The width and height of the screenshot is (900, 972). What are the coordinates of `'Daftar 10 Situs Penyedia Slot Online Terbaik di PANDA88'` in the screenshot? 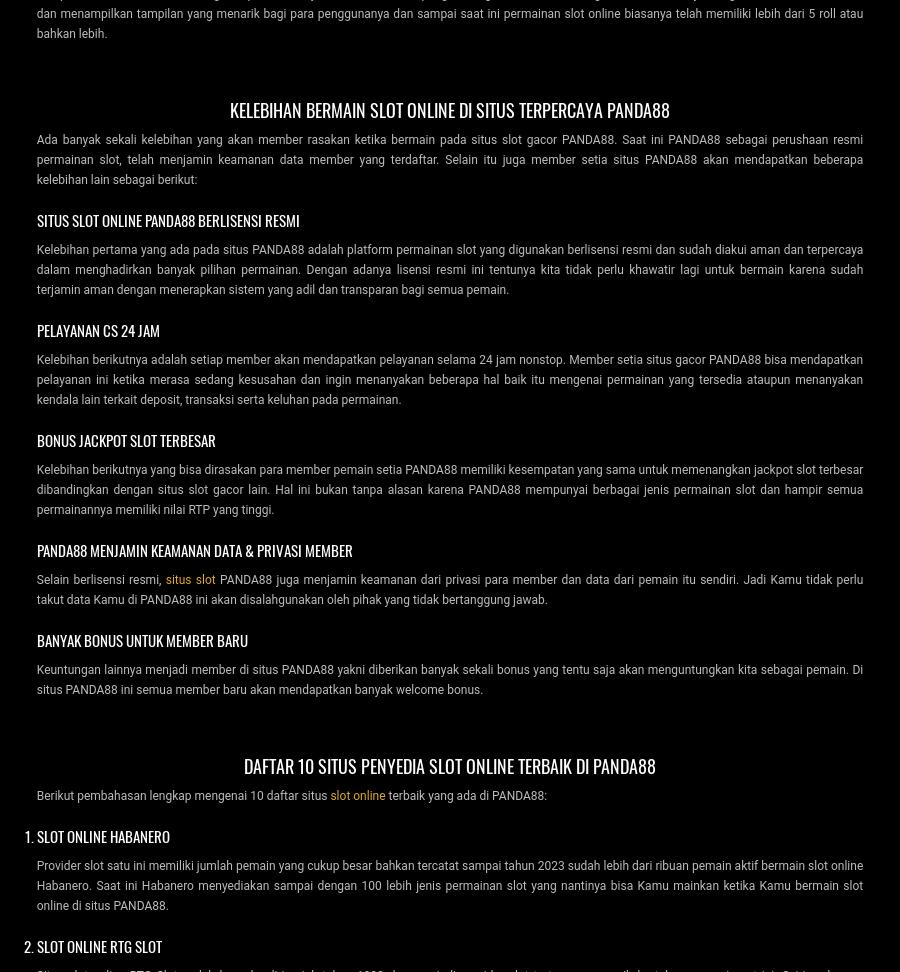 It's located at (242, 764).